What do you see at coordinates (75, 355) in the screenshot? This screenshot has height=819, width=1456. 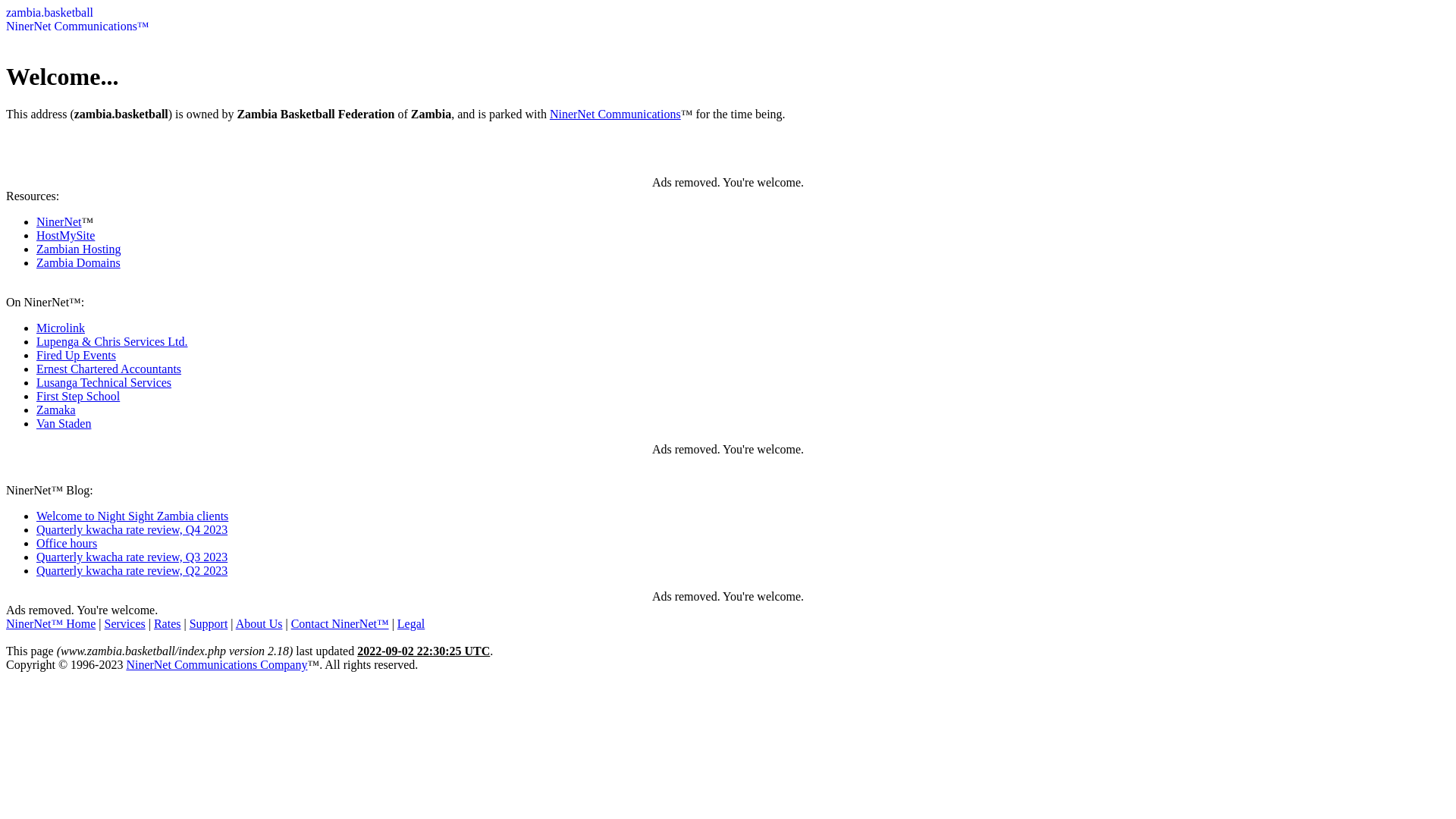 I see `'Fired Up Events'` at bounding box center [75, 355].